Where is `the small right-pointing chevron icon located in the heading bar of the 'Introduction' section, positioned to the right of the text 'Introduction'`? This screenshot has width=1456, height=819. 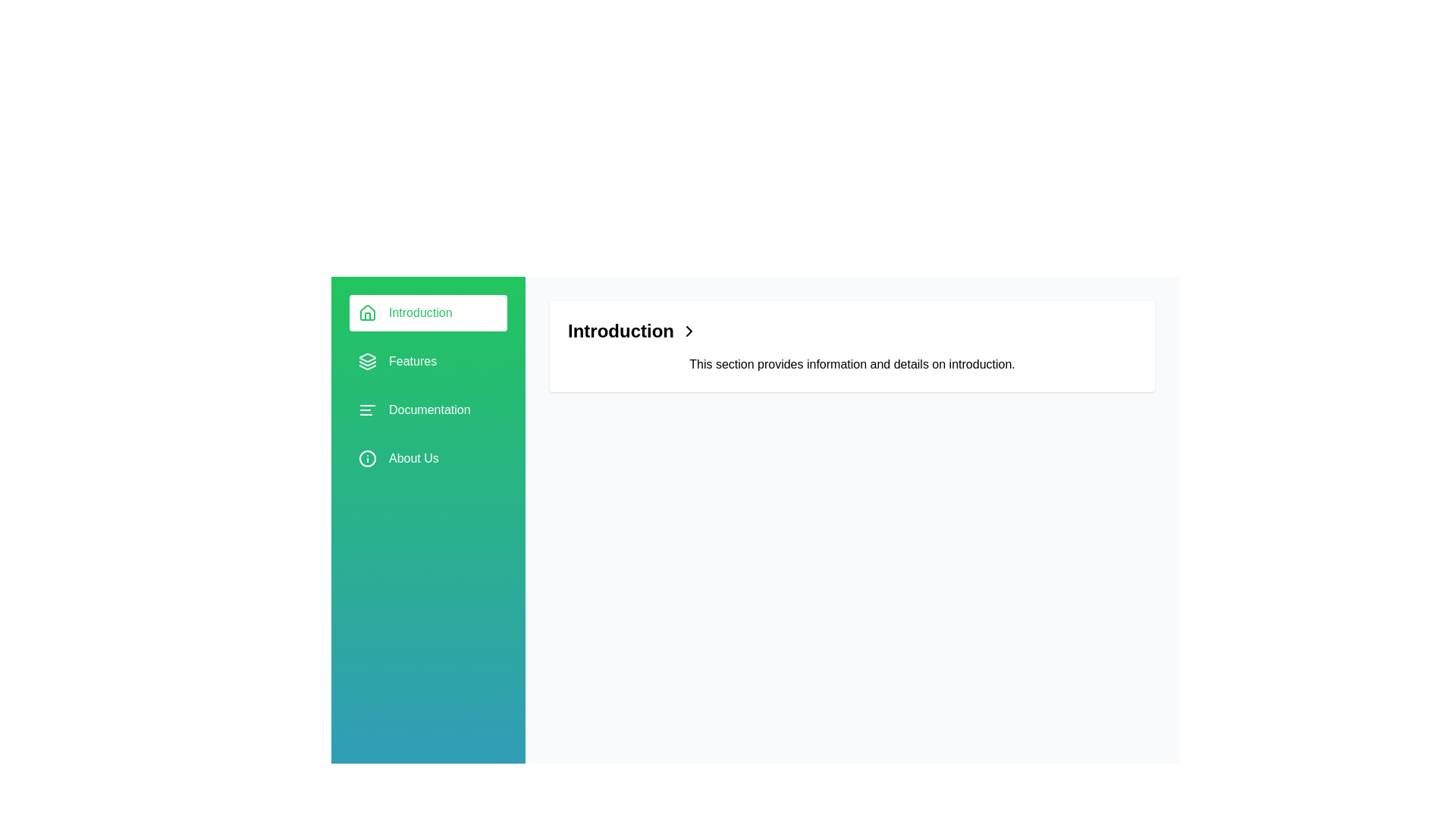
the small right-pointing chevron icon located in the heading bar of the 'Introduction' section, positioned to the right of the text 'Introduction' is located at coordinates (688, 330).